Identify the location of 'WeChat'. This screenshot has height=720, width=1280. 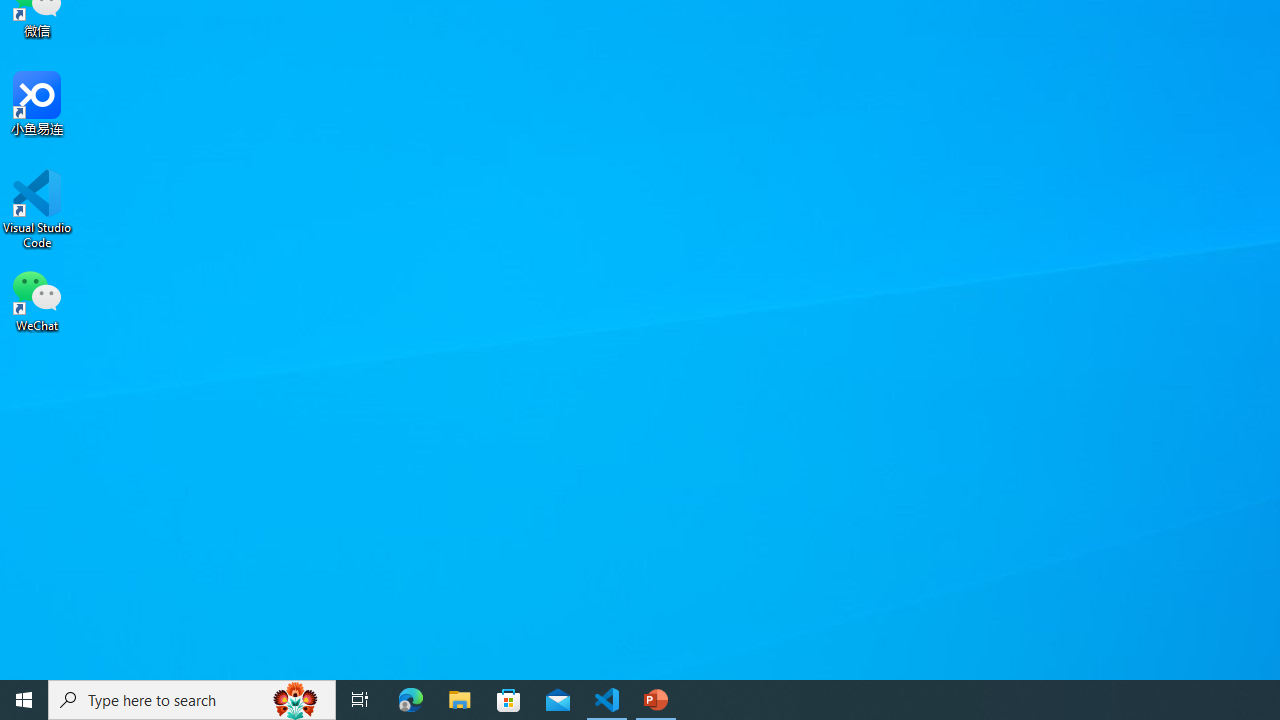
(37, 299).